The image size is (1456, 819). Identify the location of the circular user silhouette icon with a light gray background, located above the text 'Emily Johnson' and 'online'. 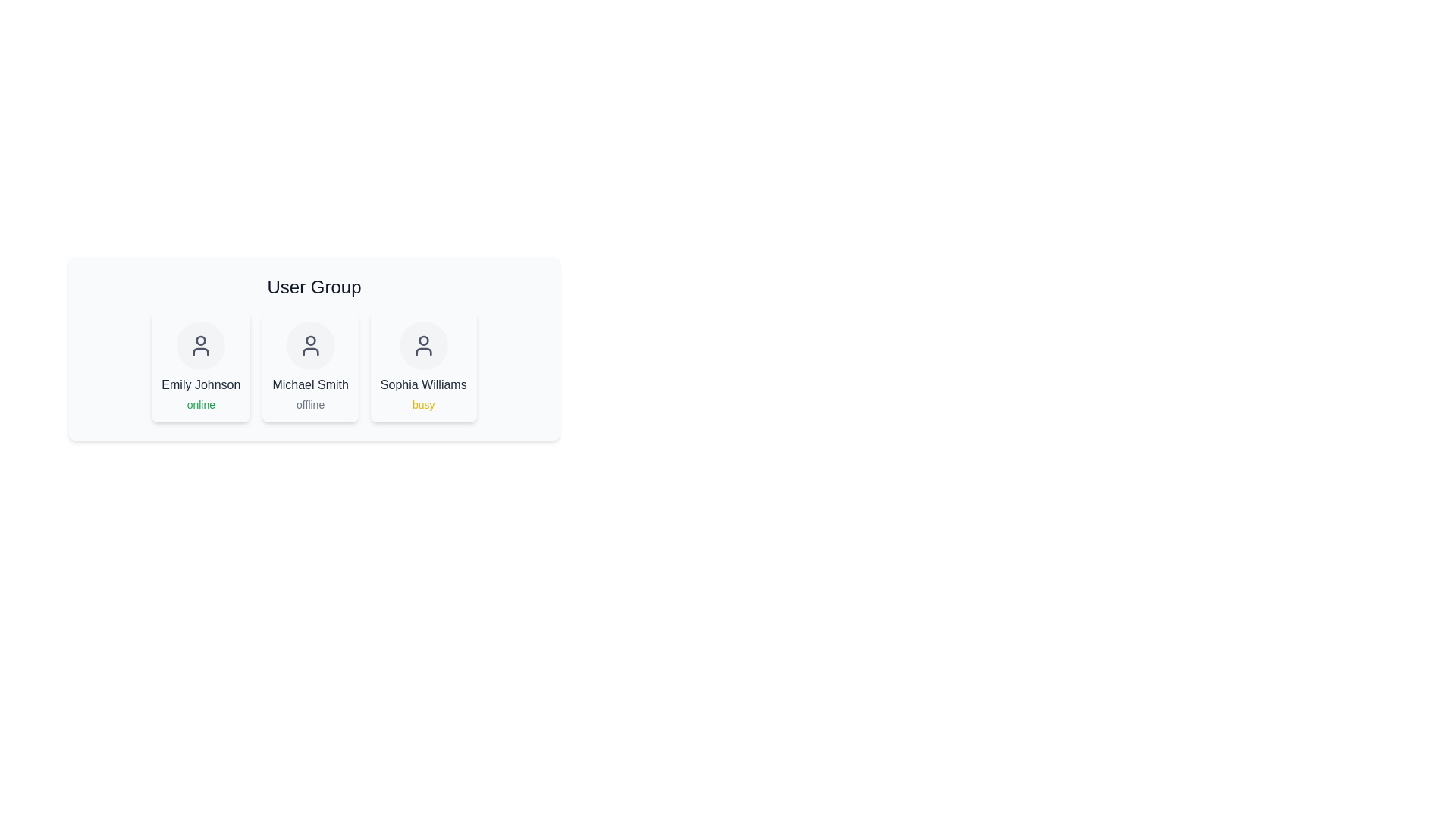
(200, 345).